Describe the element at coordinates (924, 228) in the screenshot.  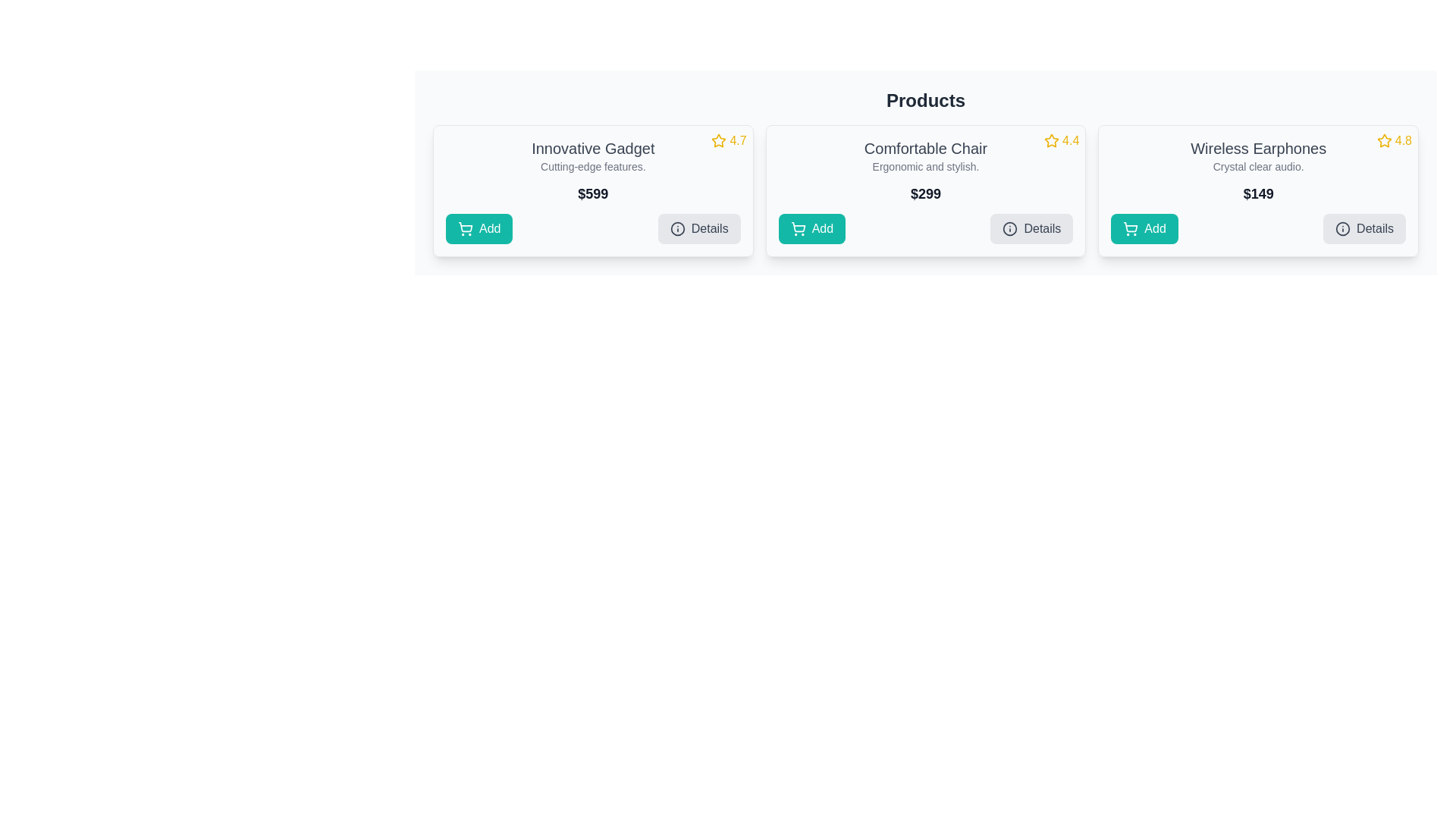
I see `the gray 'Details' button located at the bottom of the product card for 'Comfortable Chair'` at that location.